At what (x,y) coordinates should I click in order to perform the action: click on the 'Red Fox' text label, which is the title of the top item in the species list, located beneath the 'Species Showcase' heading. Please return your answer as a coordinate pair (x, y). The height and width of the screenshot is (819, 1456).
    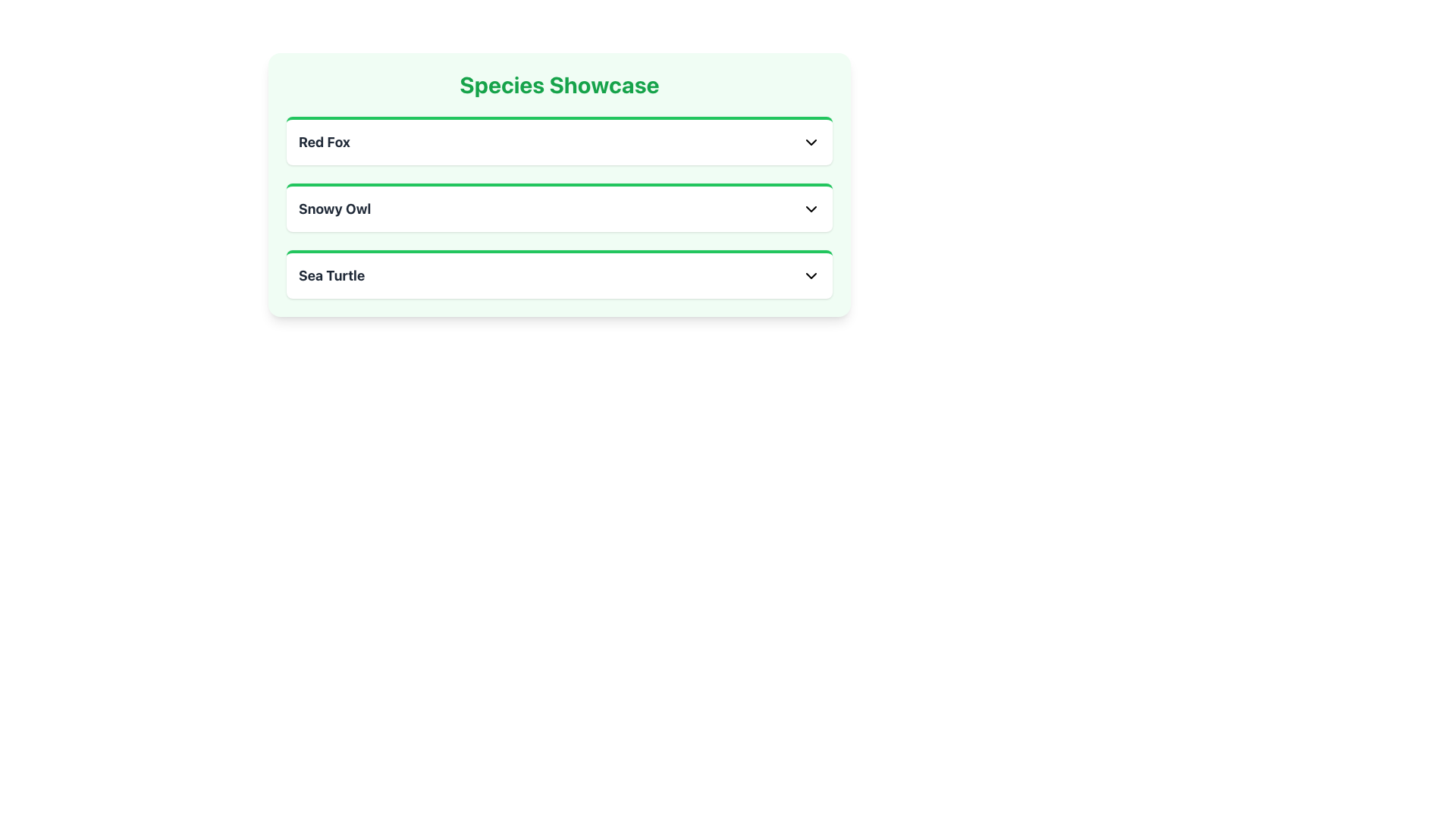
    Looking at the image, I should click on (323, 143).